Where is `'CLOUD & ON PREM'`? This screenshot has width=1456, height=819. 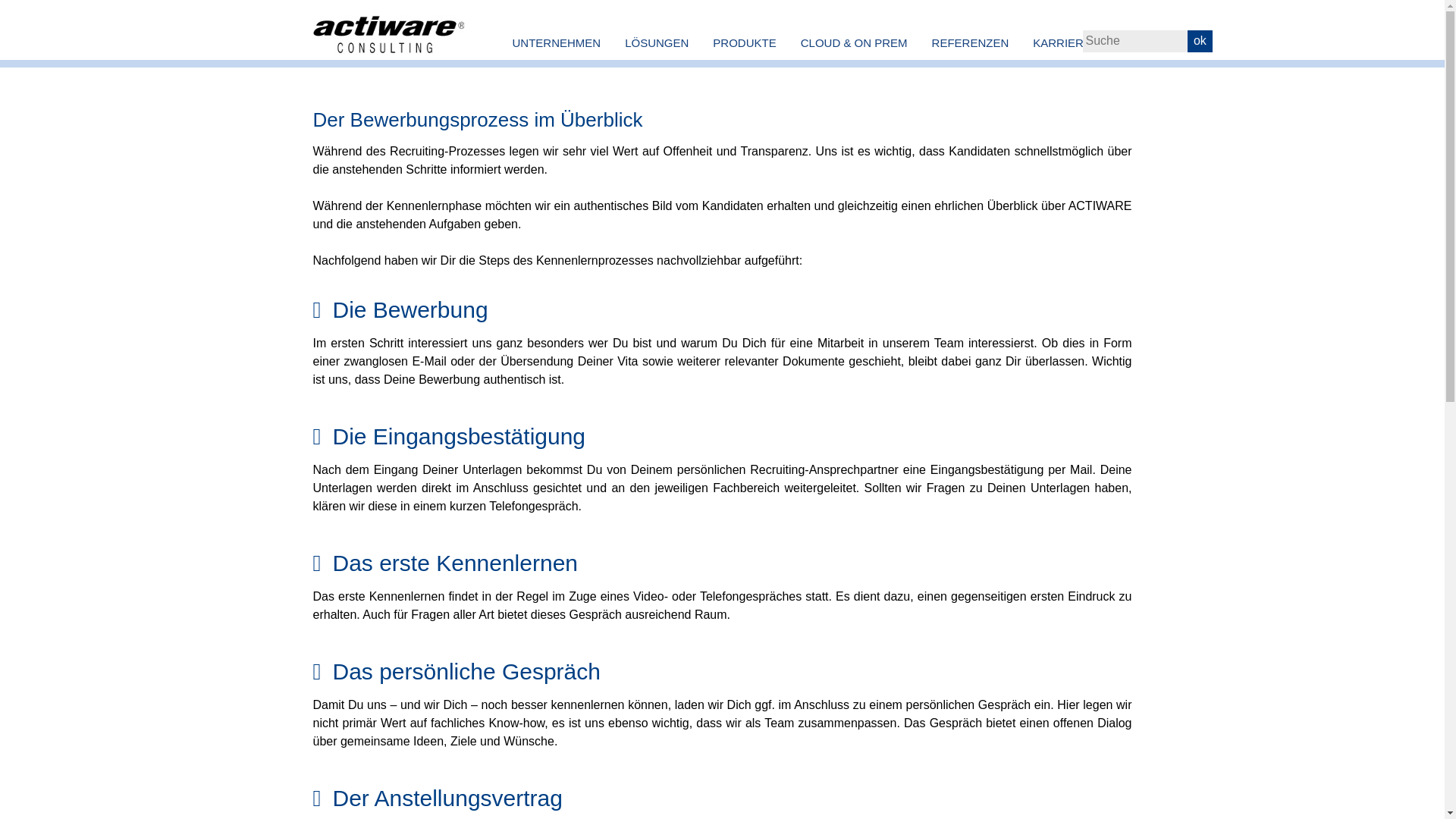 'CLOUD & ON PREM' is located at coordinates (789, 42).